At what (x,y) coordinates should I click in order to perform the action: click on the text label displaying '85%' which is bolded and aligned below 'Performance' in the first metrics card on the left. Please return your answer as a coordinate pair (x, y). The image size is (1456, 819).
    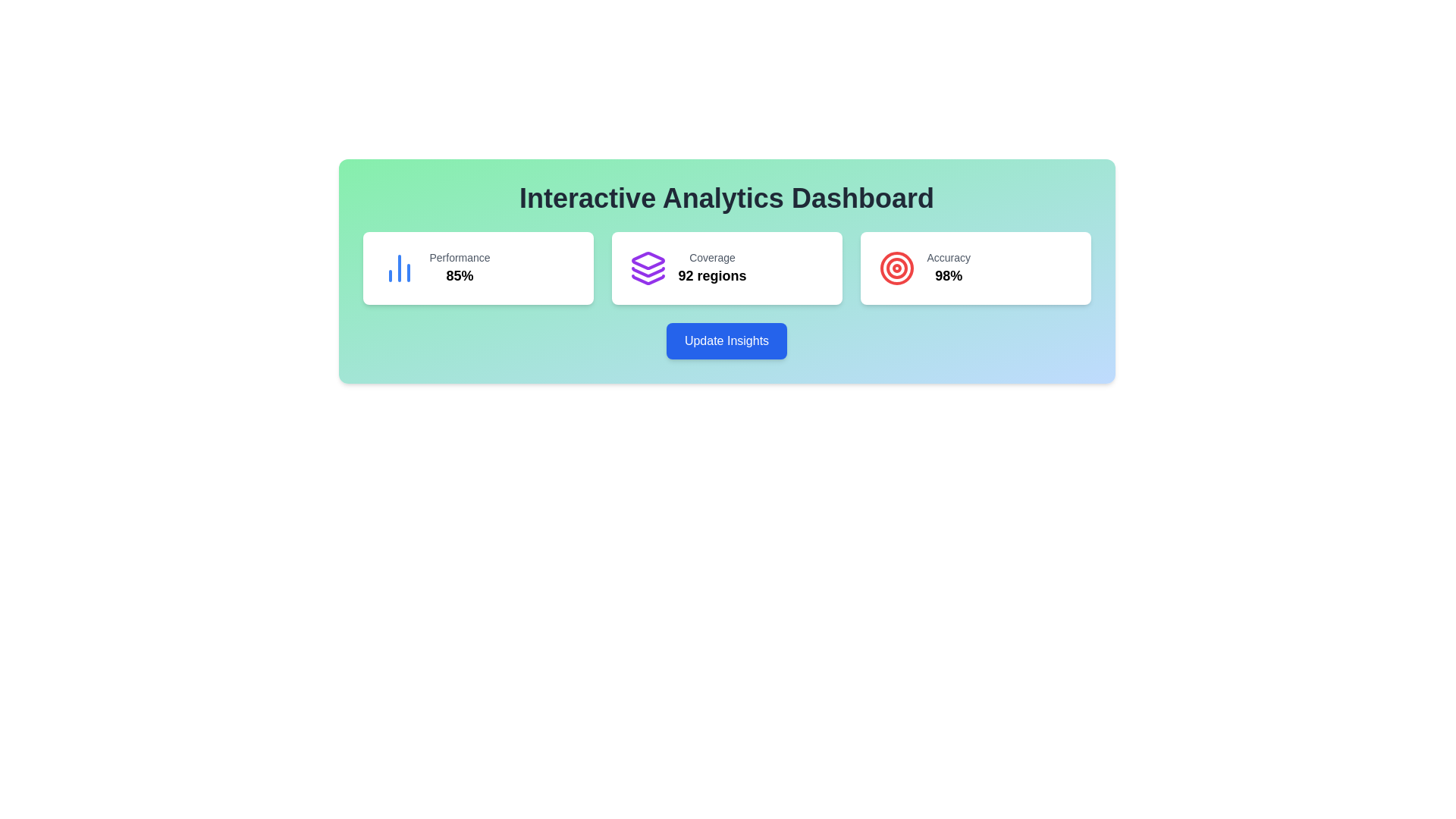
    Looking at the image, I should click on (459, 275).